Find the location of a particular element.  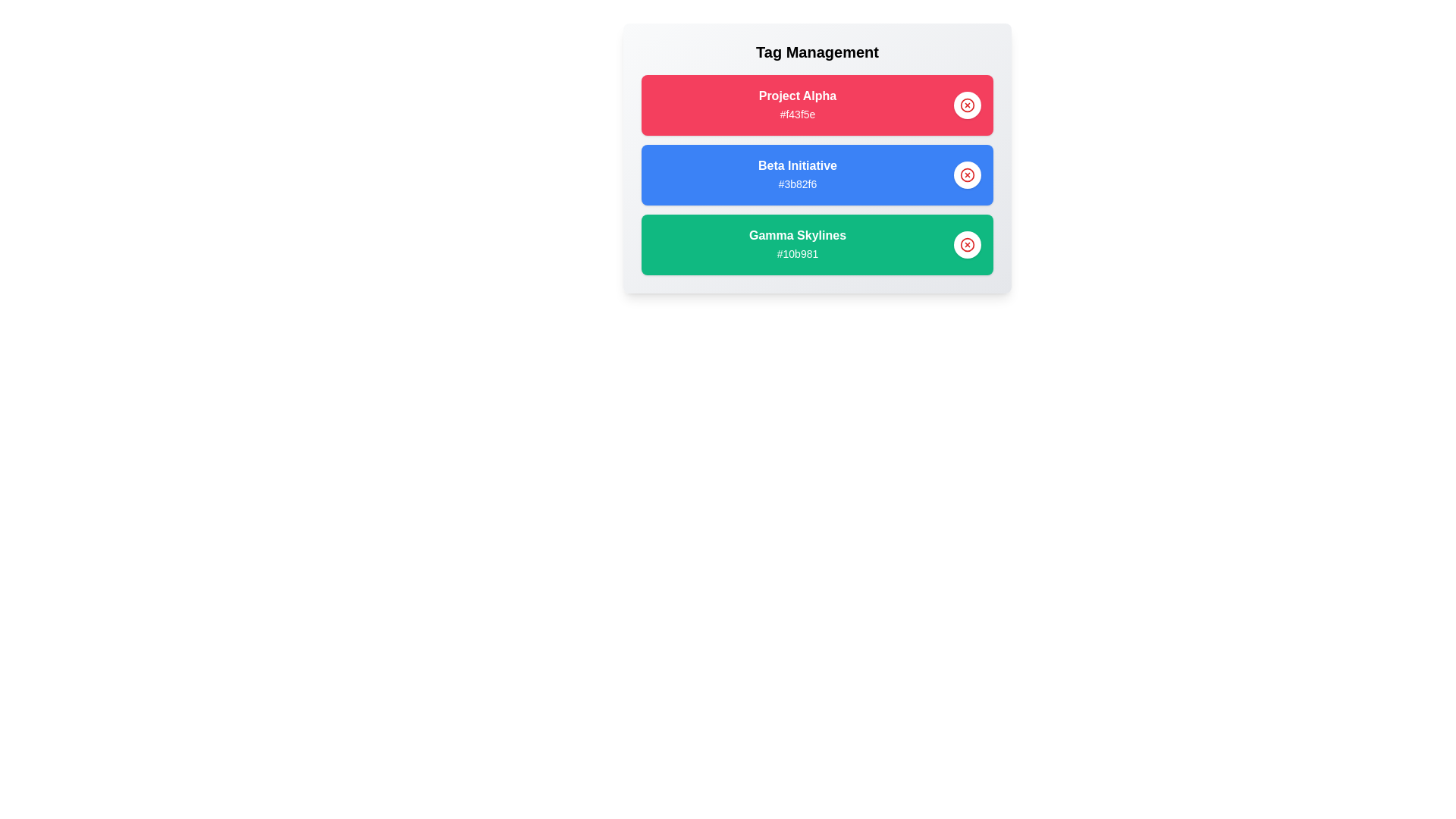

delete button for the tag identified by Gamma Skylines is located at coordinates (967, 244).